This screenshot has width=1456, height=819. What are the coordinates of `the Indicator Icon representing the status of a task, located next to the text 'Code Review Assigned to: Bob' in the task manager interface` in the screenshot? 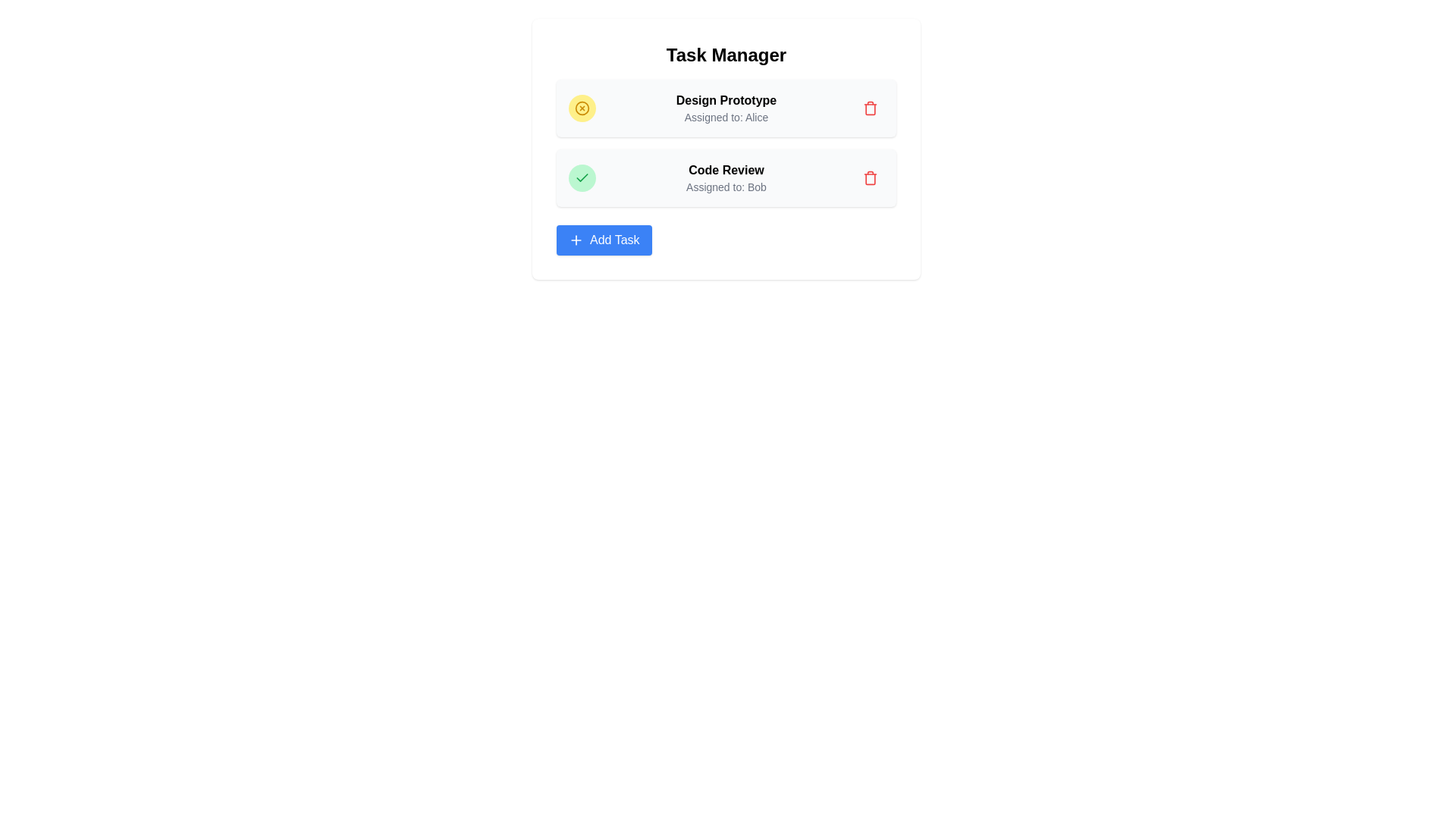 It's located at (582, 177).